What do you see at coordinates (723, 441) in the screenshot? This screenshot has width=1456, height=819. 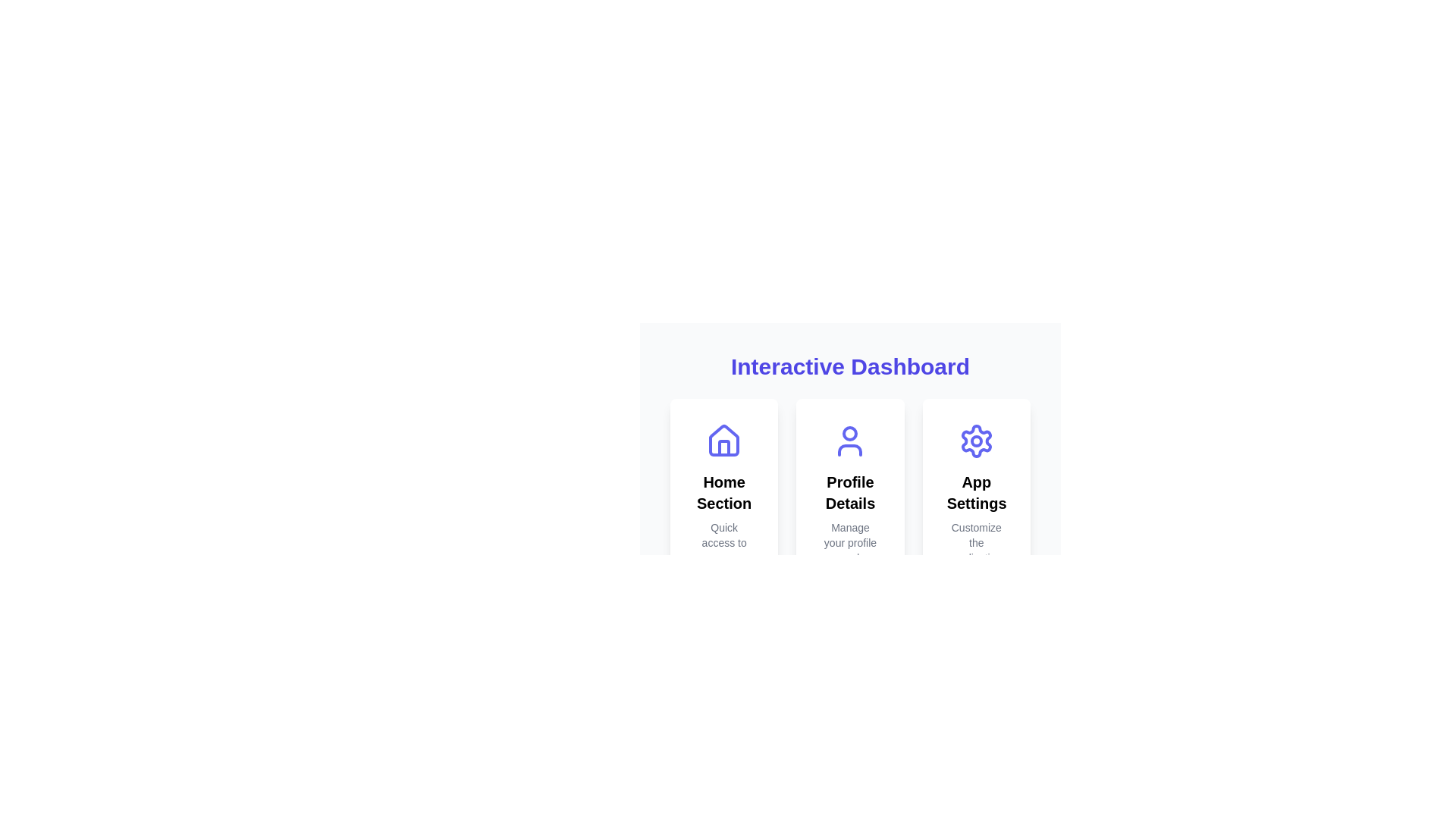 I see `upper segment of the house-shaped icon representing the 'Home Section' in the first card of the dashboard` at bounding box center [723, 441].